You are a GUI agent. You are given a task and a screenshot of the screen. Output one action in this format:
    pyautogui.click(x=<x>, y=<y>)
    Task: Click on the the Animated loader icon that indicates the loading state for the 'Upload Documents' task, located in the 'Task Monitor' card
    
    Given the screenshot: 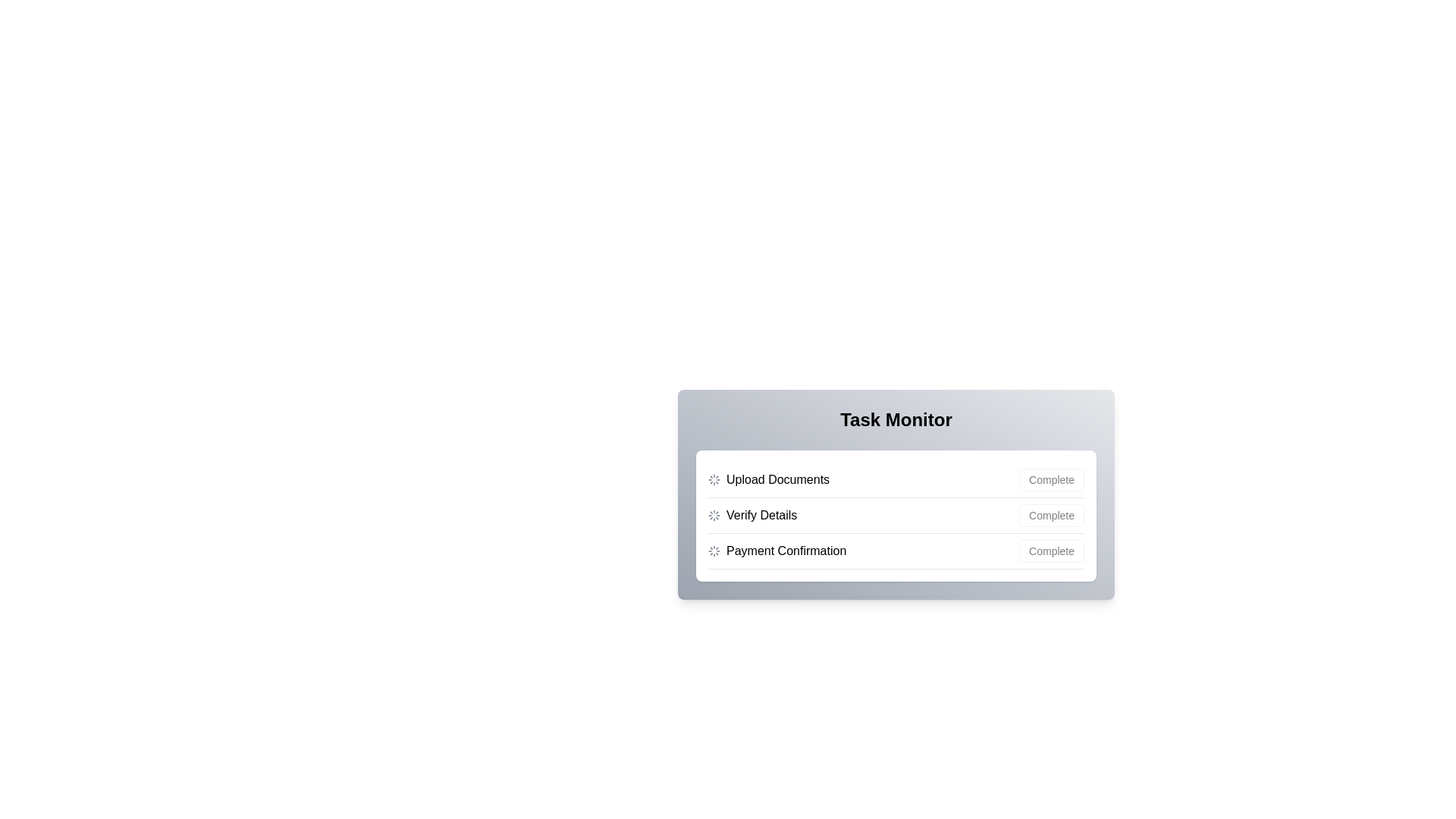 What is the action you would take?
    pyautogui.click(x=713, y=479)
    